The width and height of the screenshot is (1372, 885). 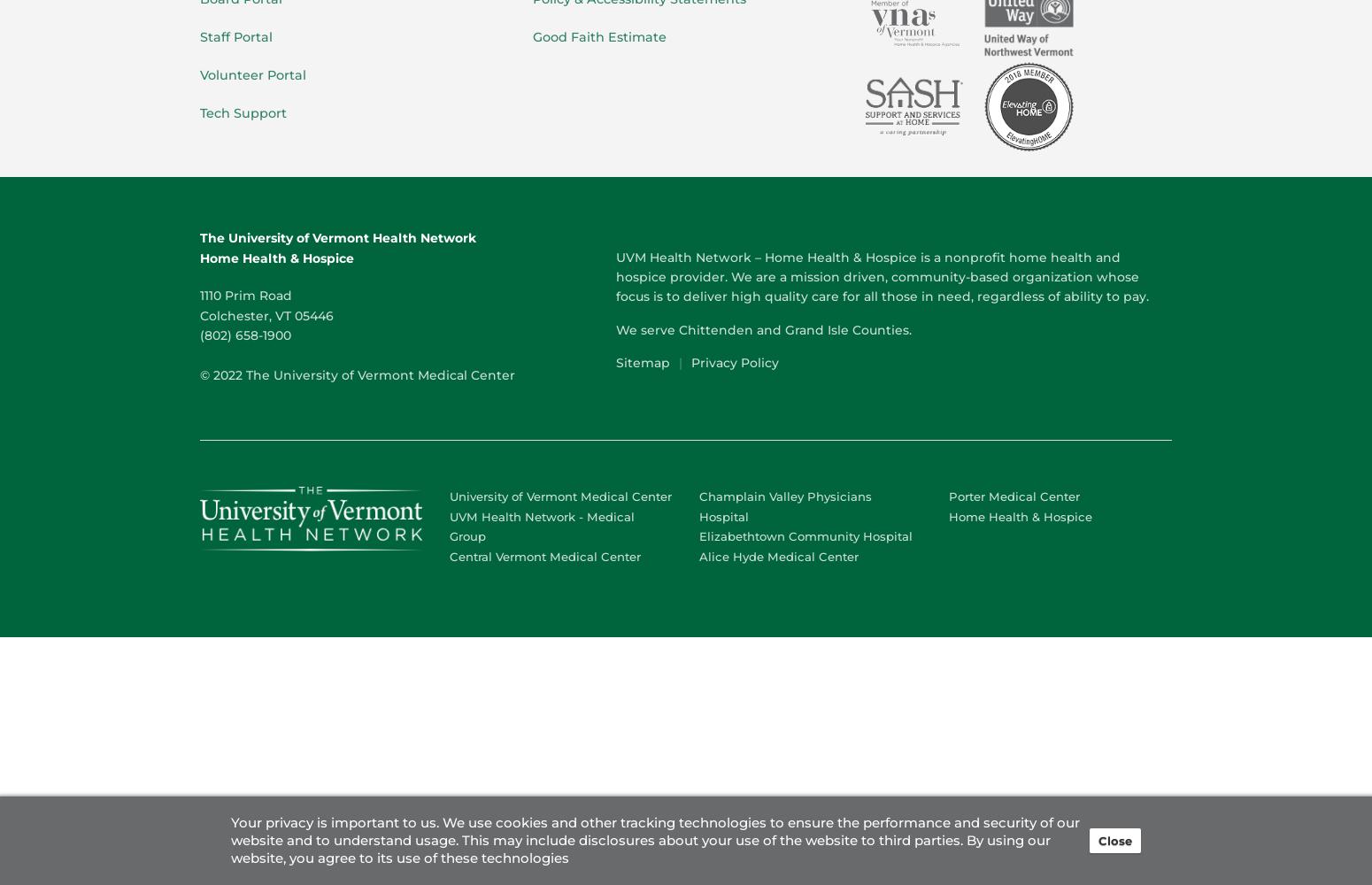 I want to click on 'Alice Hyde Medical Center', so click(x=778, y=556).